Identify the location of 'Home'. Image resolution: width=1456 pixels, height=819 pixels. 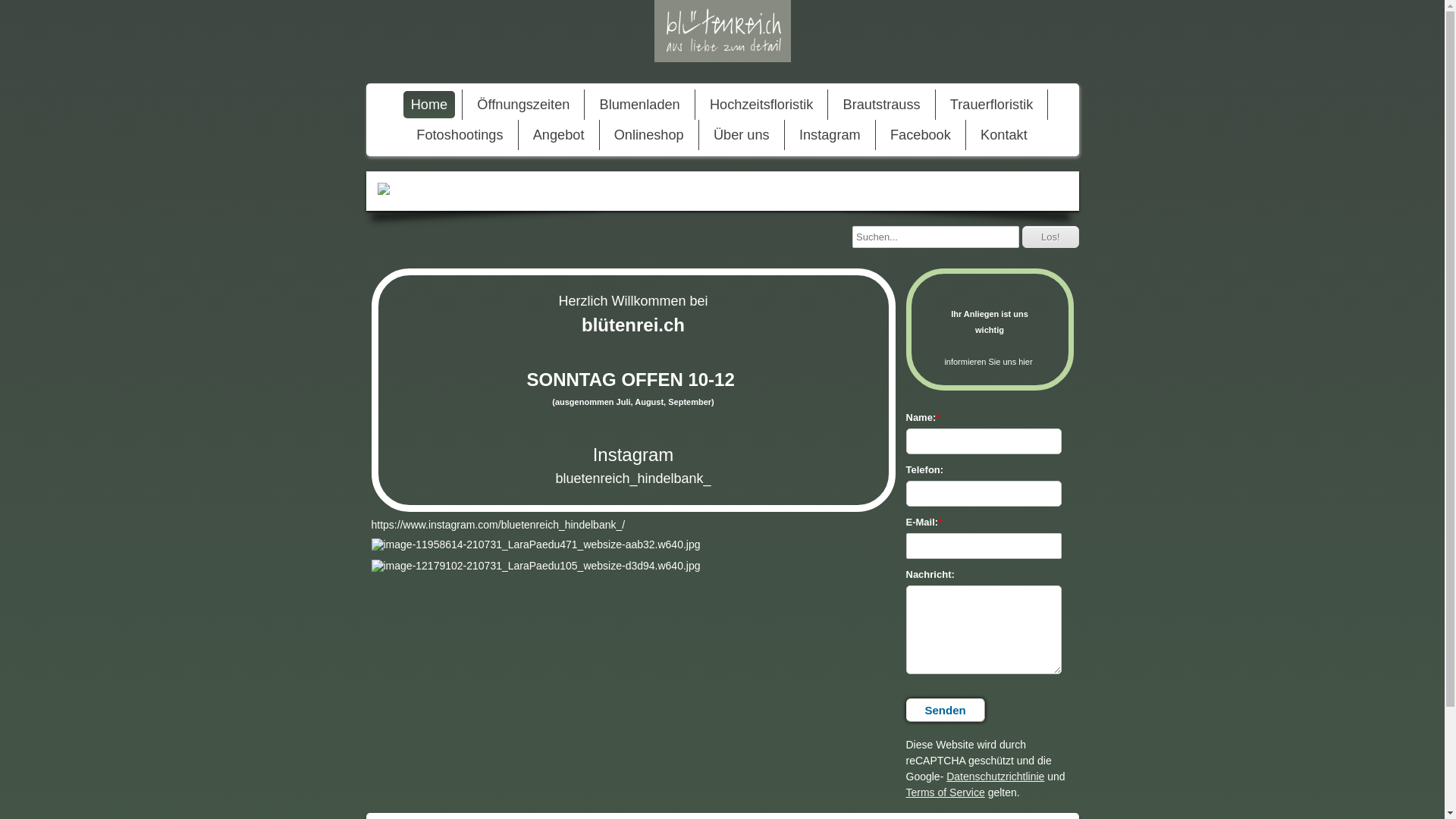
(428, 104).